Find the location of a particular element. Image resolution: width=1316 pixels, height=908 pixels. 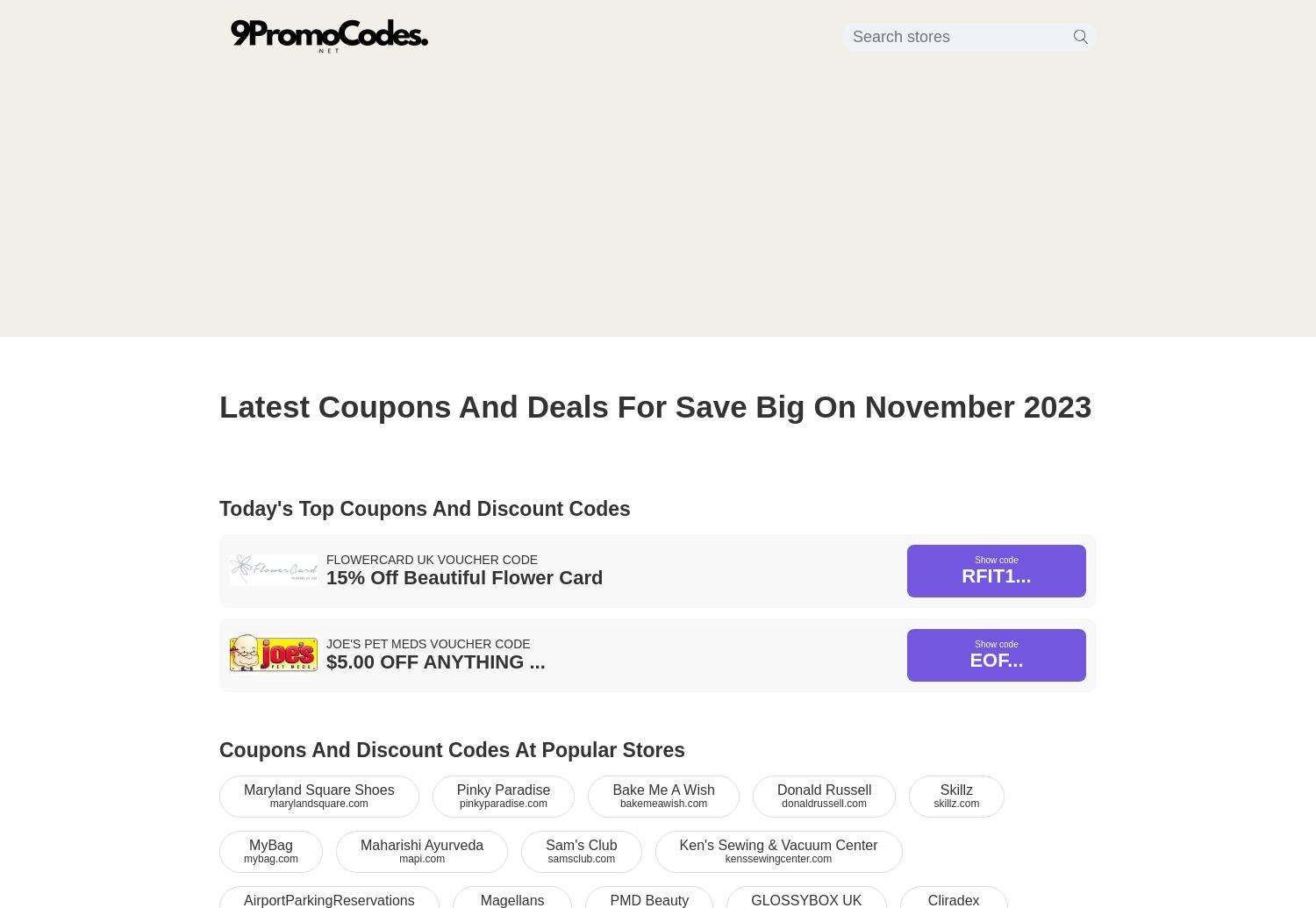

'Pinky Paradise' is located at coordinates (502, 789).